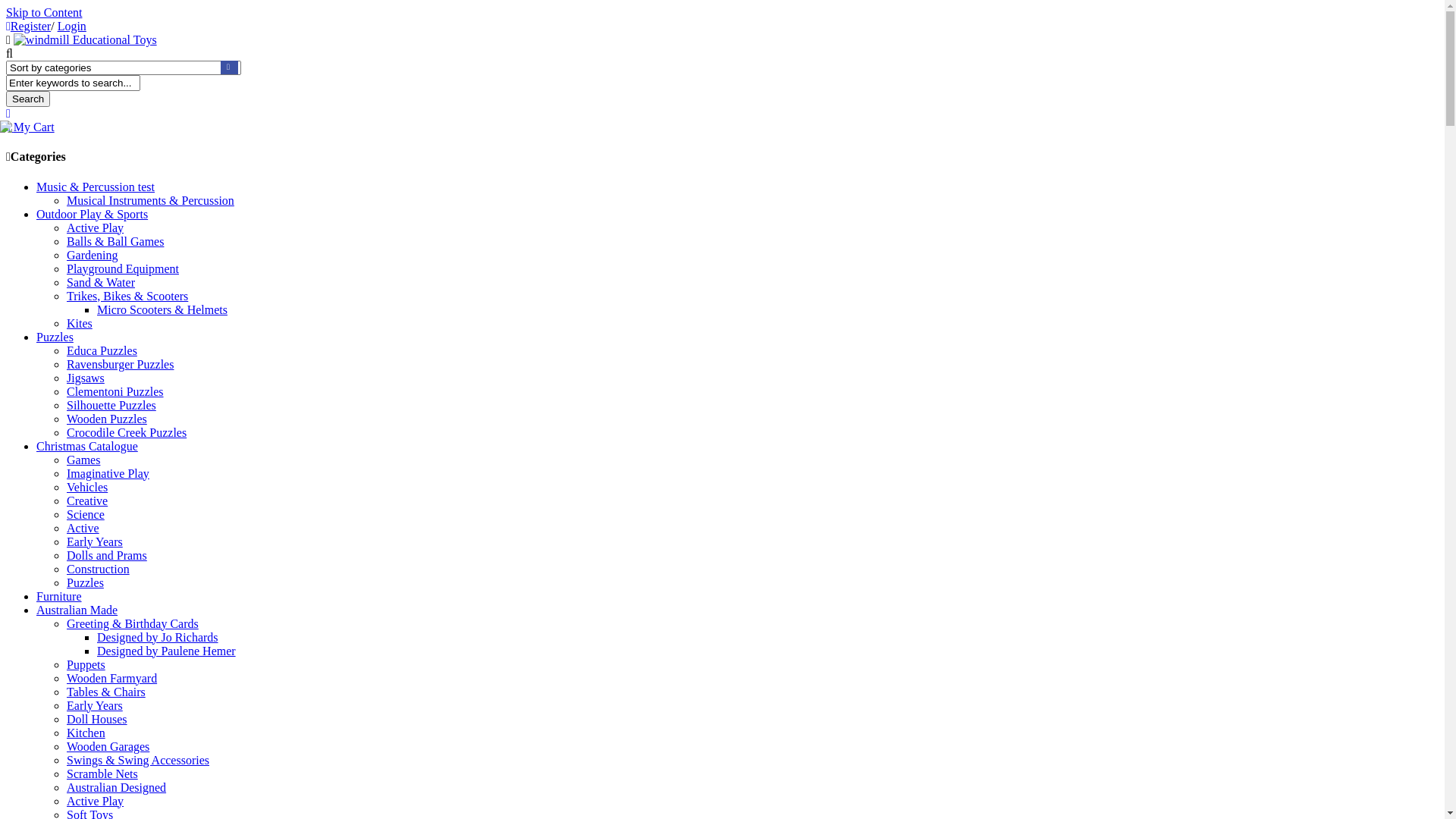  I want to click on 'Wooden Puzzles', so click(105, 419).